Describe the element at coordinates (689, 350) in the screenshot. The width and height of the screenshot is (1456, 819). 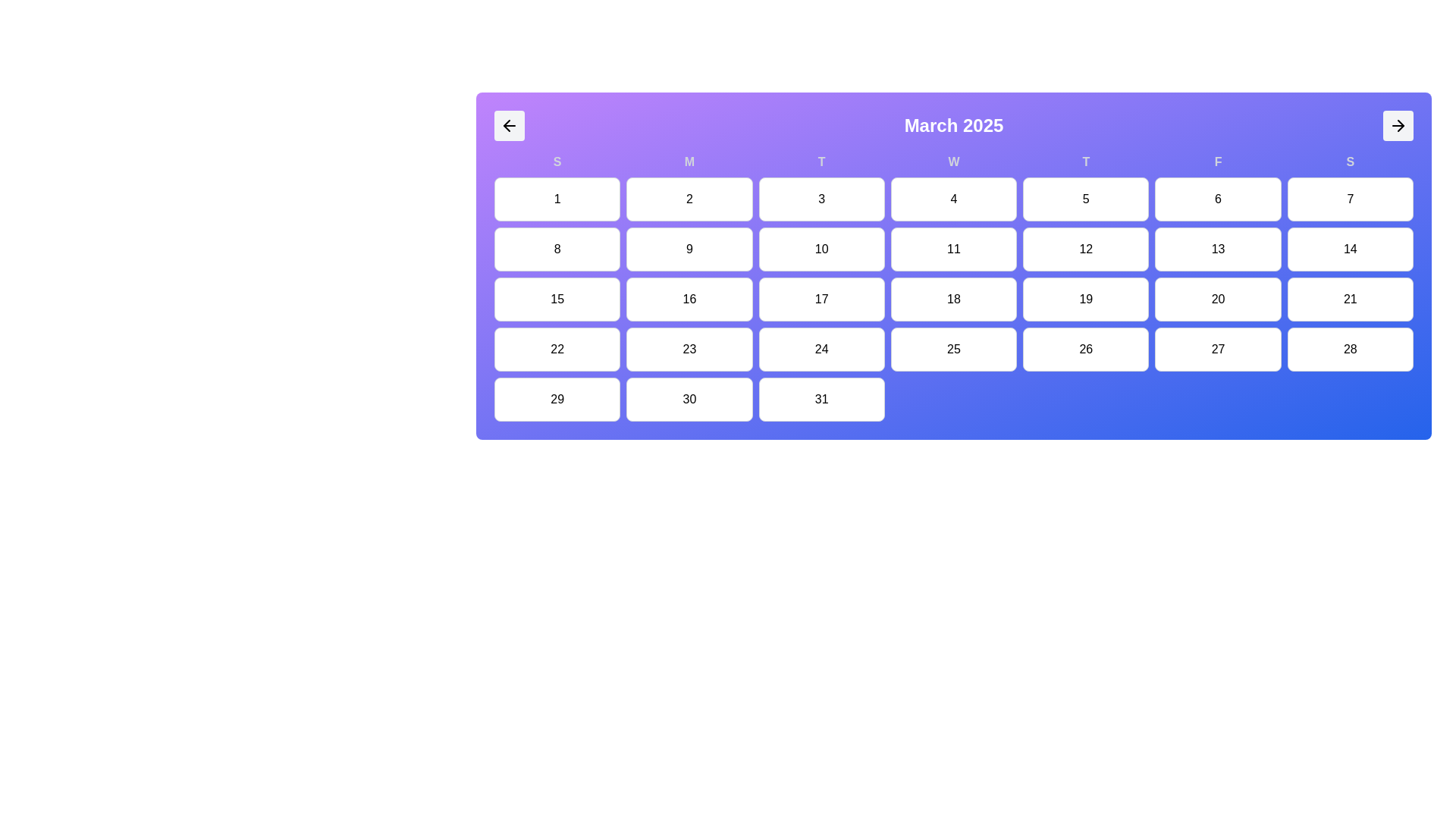
I see `the calendar day cell representing the 23rd of the month, located in the fifth row and second column under the 'M' label` at that location.